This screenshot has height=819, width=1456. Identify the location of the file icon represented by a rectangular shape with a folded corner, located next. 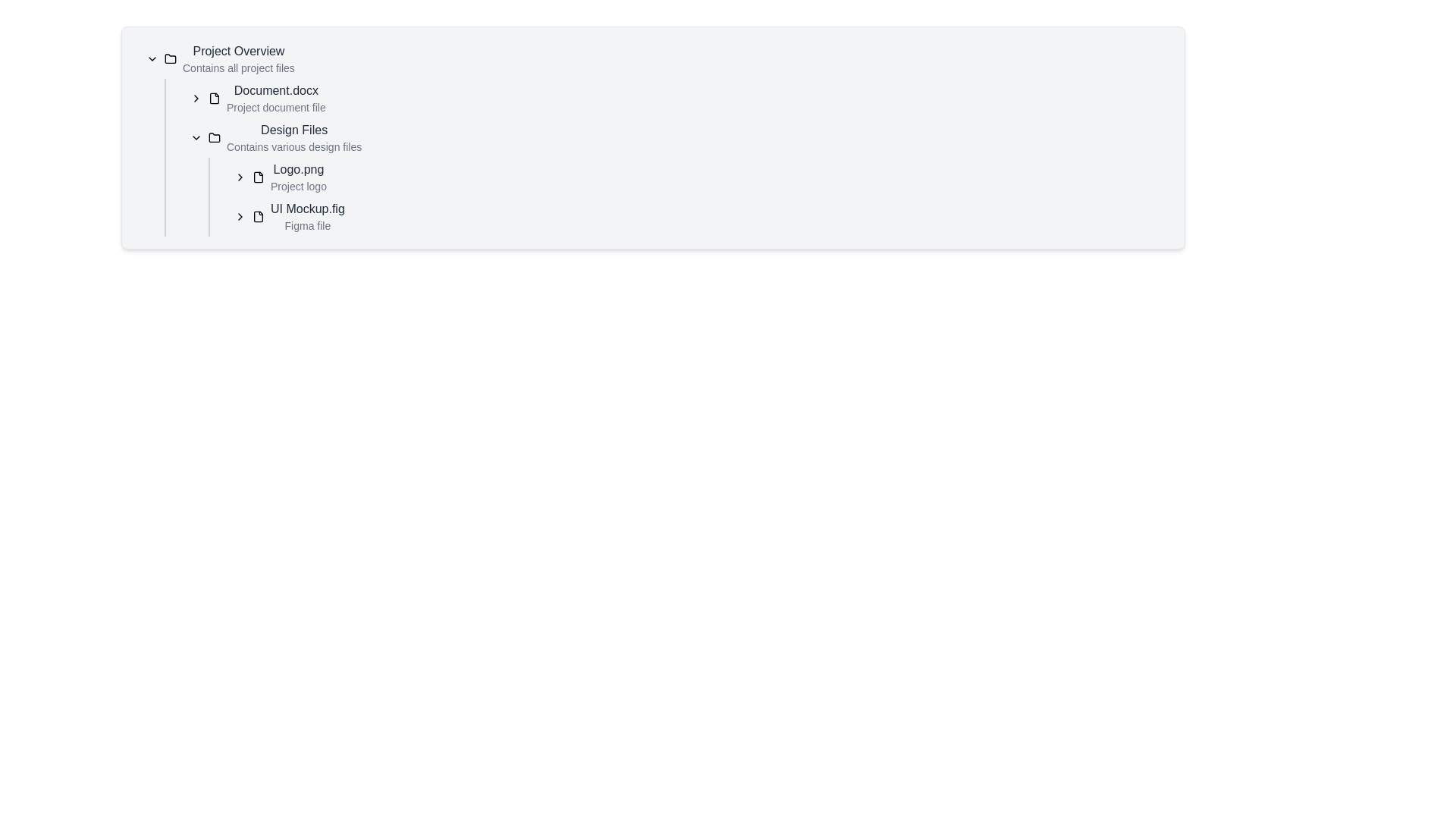
(214, 99).